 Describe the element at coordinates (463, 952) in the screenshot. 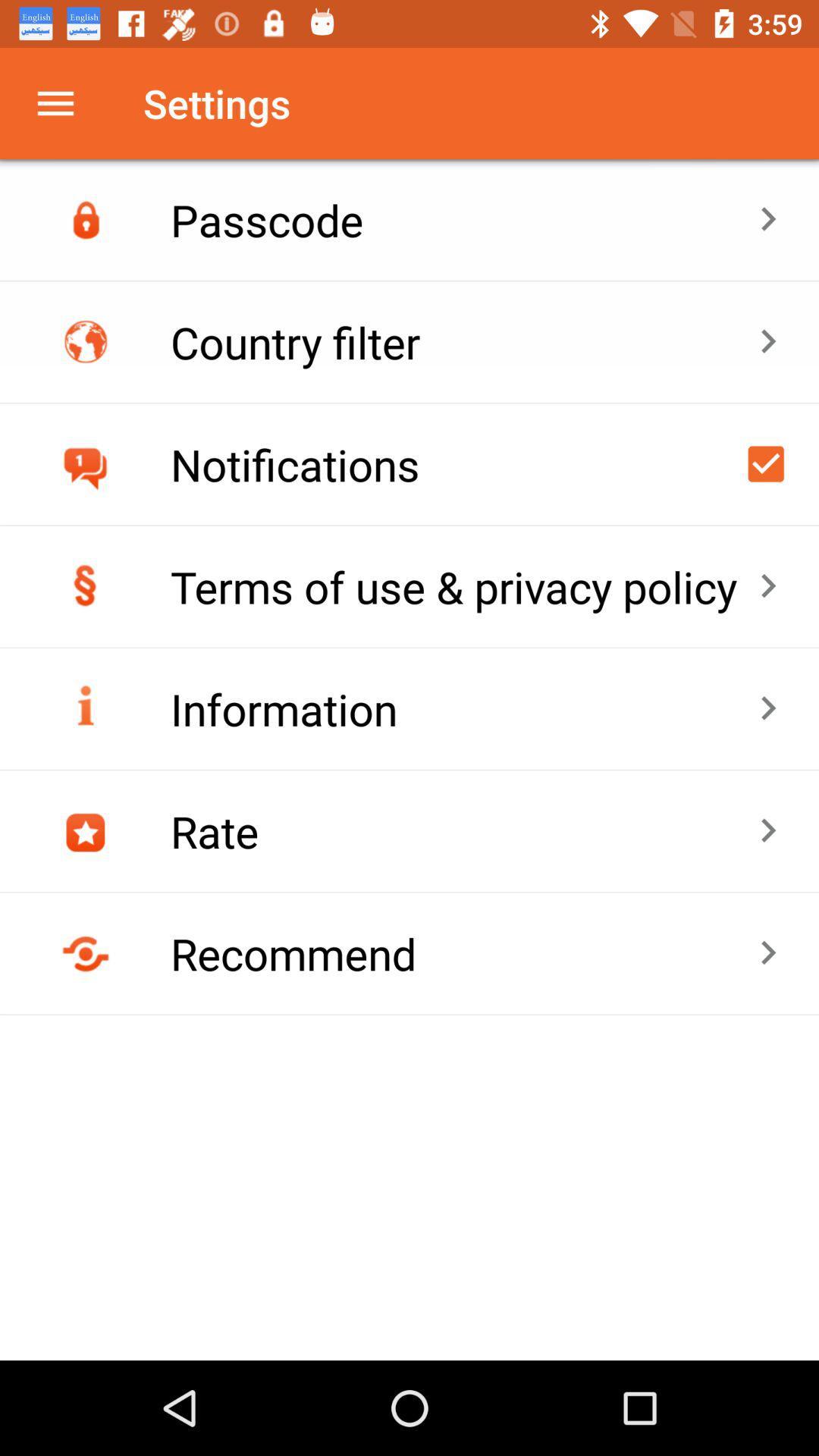

I see `recommend item` at that location.